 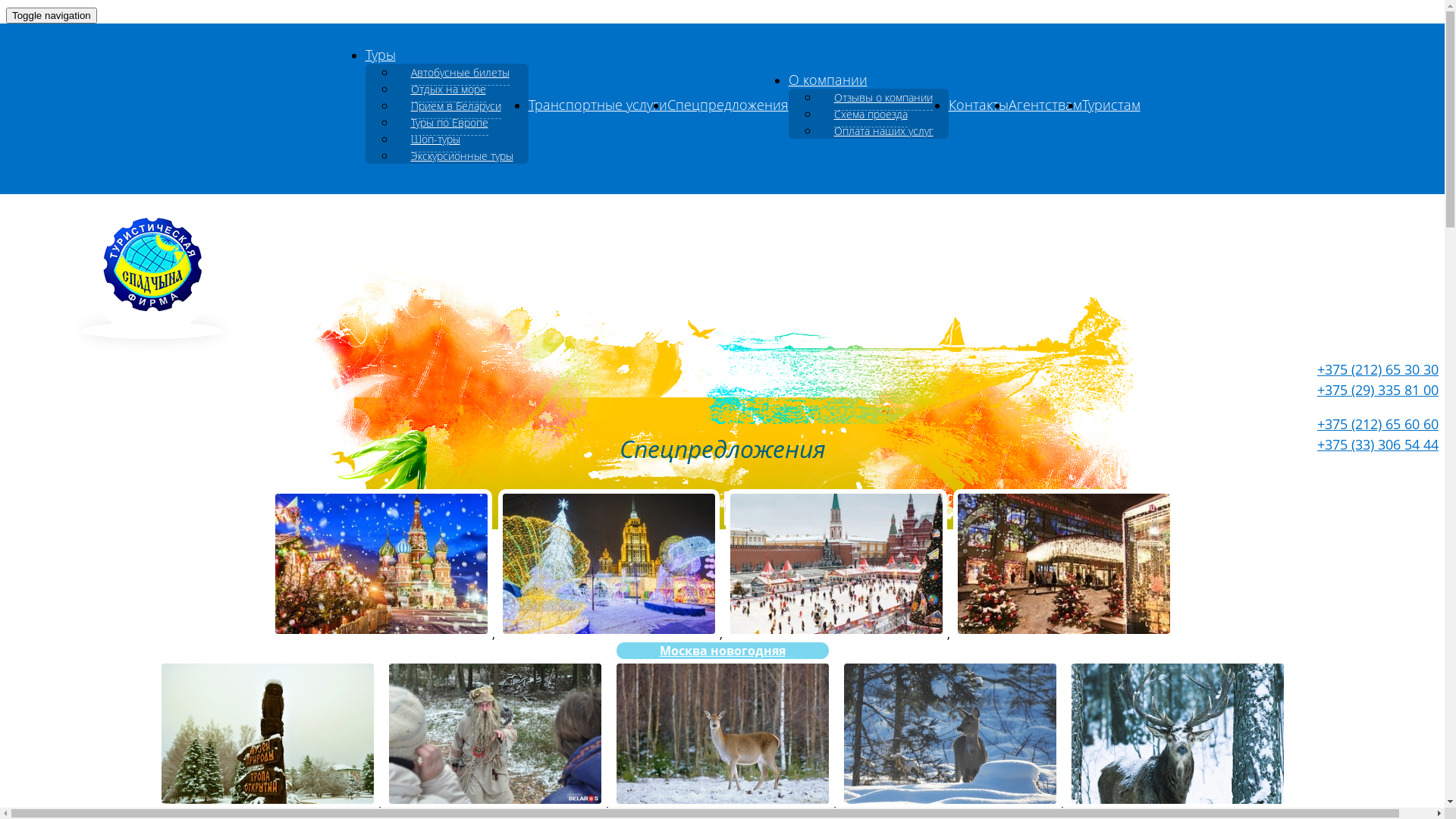 What do you see at coordinates (51, 15) in the screenshot?
I see `'Toggle navigation'` at bounding box center [51, 15].